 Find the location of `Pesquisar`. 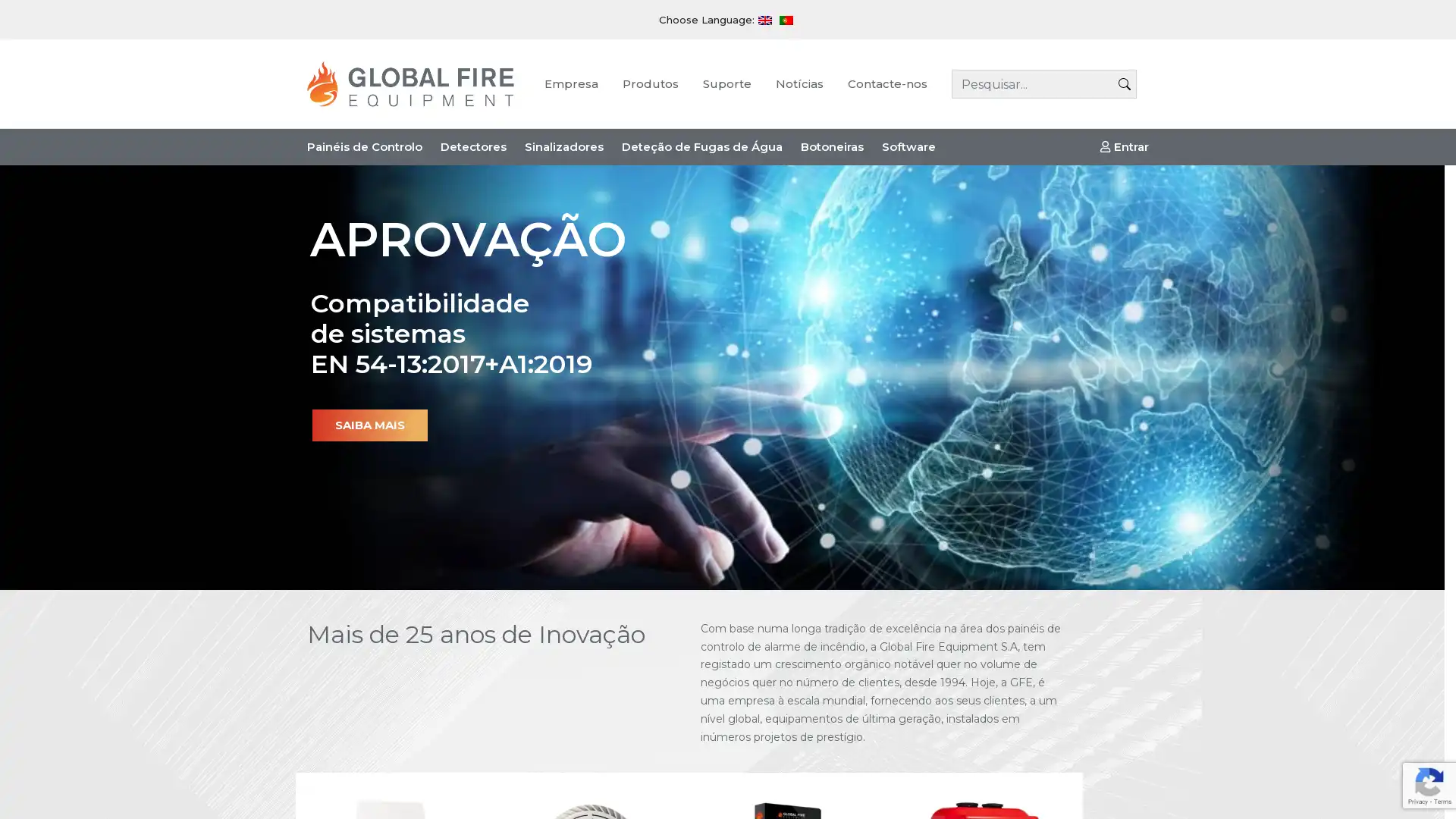

Pesquisar is located at coordinates (1125, 84).